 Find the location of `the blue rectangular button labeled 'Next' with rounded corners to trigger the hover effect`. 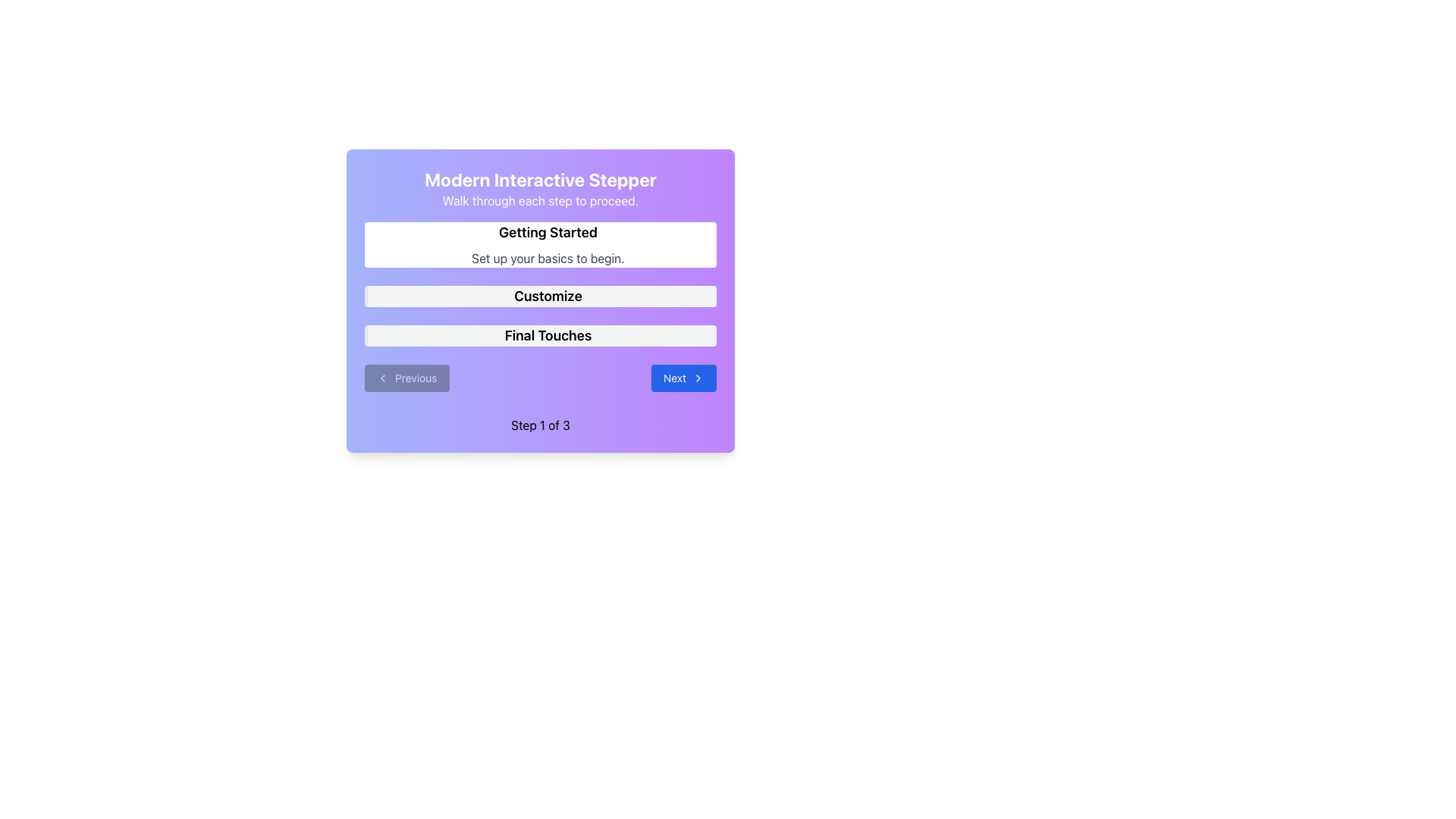

the blue rectangular button labeled 'Next' with rounded corners to trigger the hover effect is located at coordinates (683, 377).